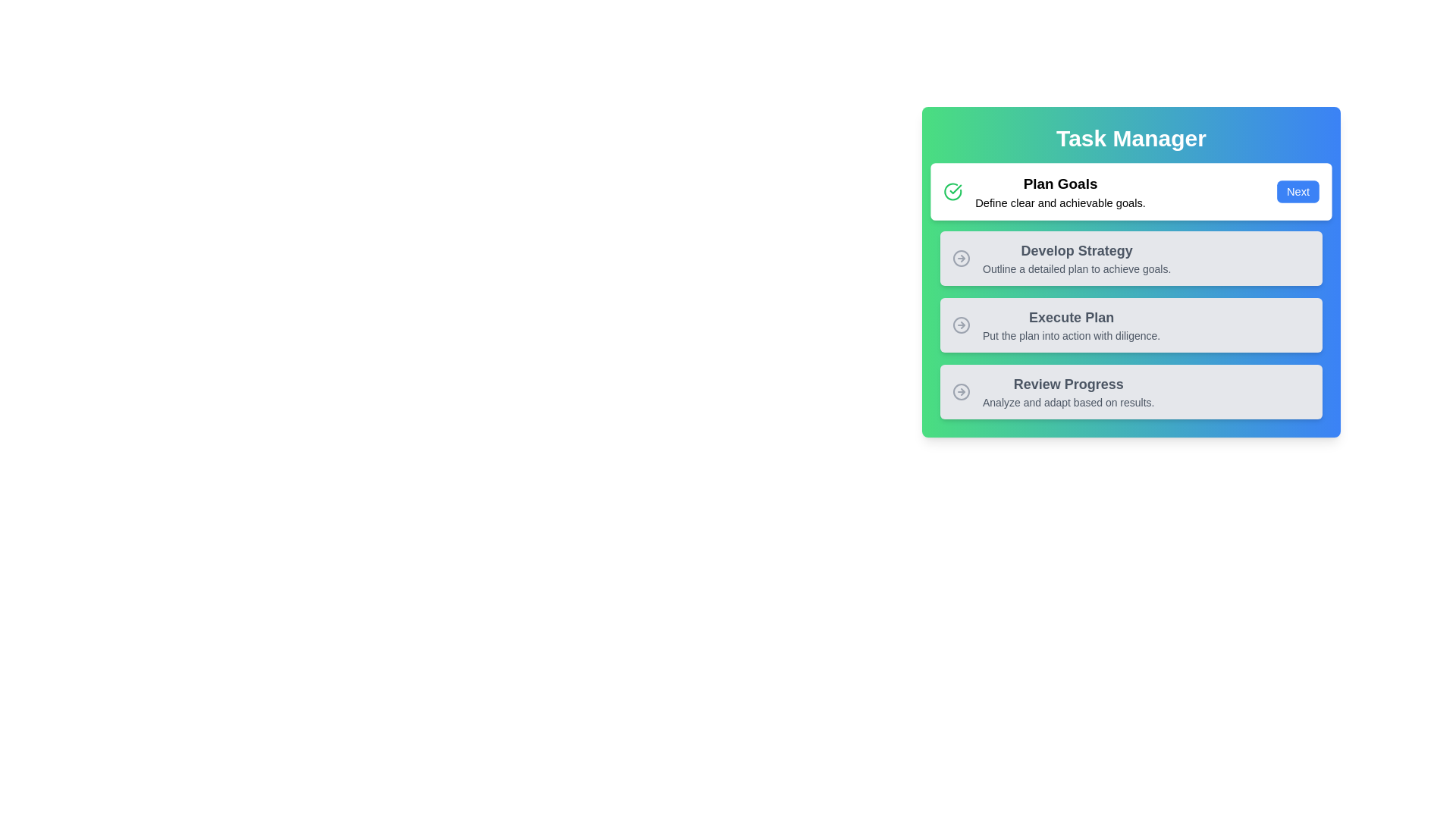  I want to click on the 'Next' button located on the rightmost side of the 'Plan Goals' row, so click(1298, 191).